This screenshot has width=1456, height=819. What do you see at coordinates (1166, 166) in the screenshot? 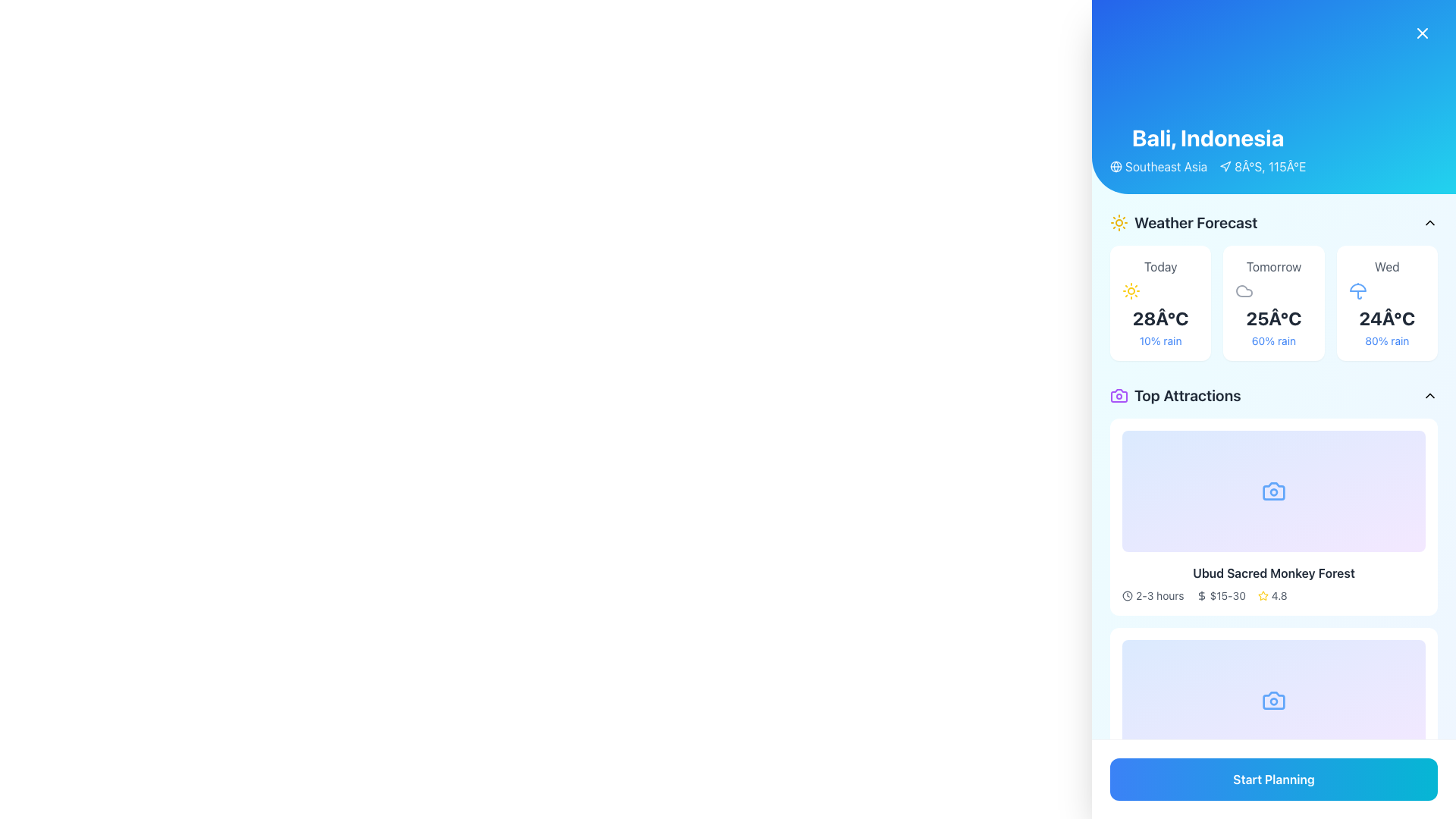
I see `the text label displaying the geographical region 'Bali, Indonesia', which is positioned directly beneath the location header and aligns horizontally beside a globe icon` at bounding box center [1166, 166].